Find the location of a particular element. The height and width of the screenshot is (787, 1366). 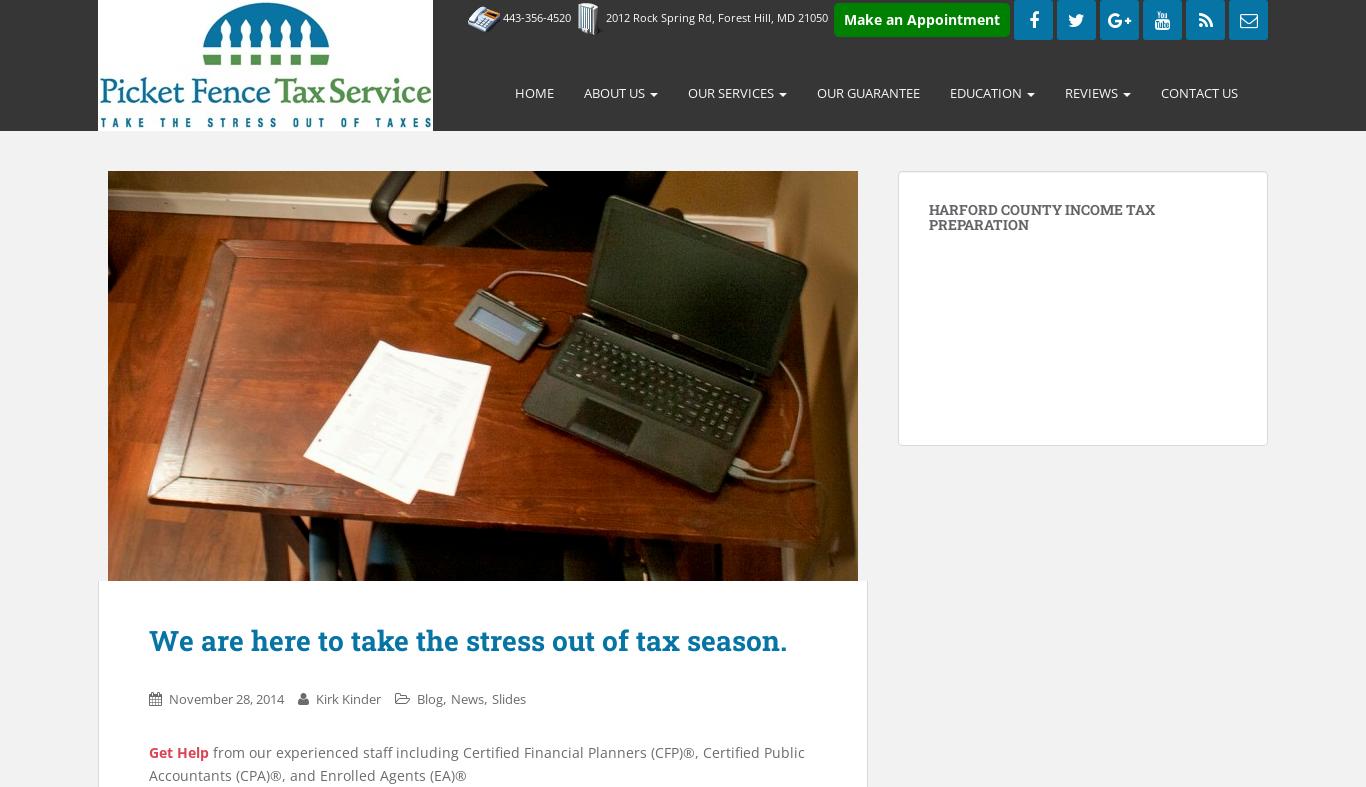

'About US' is located at coordinates (582, 92).